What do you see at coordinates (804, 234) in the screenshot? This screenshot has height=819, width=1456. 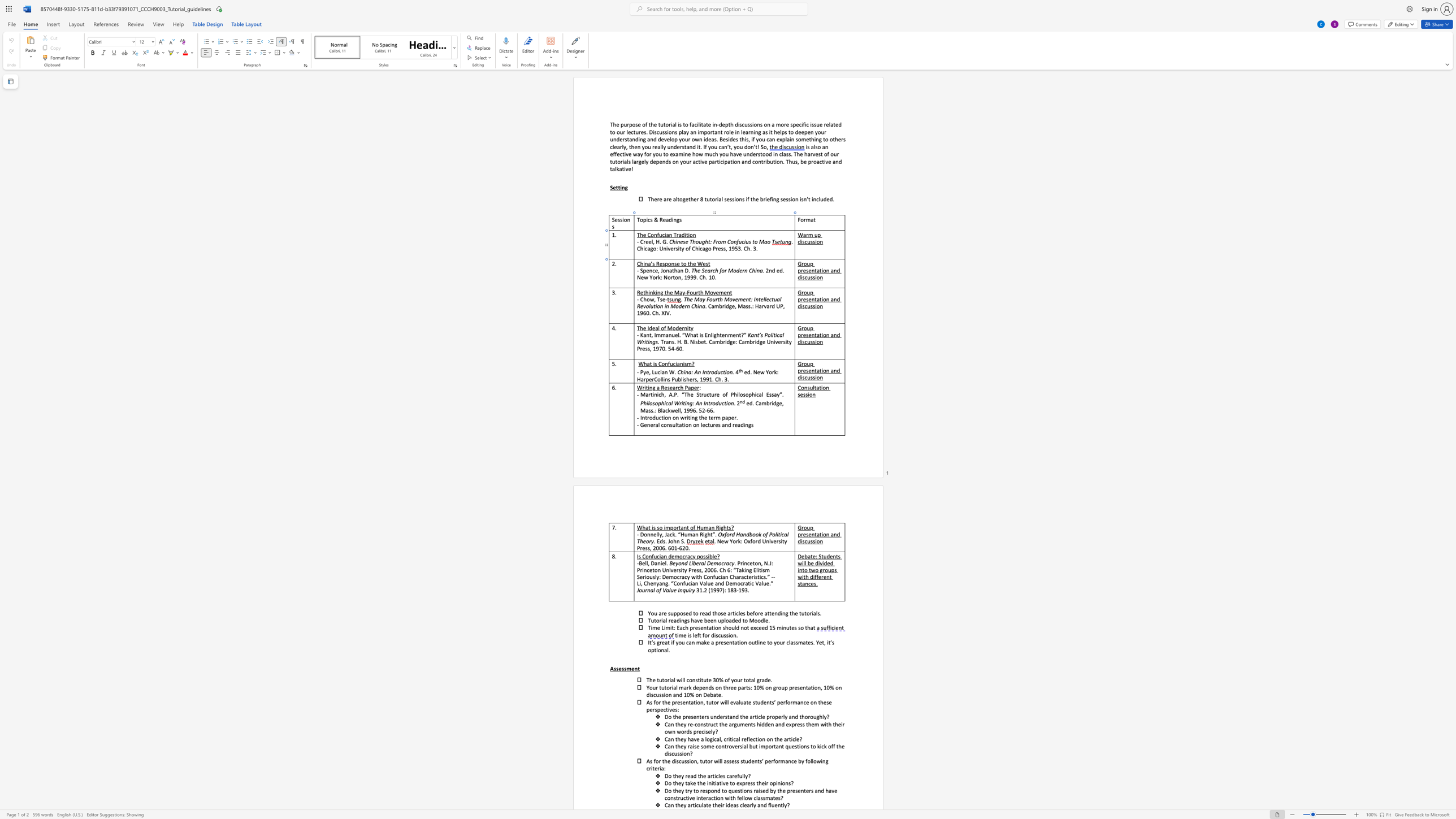 I see `the 1th character "a" in the text` at bounding box center [804, 234].